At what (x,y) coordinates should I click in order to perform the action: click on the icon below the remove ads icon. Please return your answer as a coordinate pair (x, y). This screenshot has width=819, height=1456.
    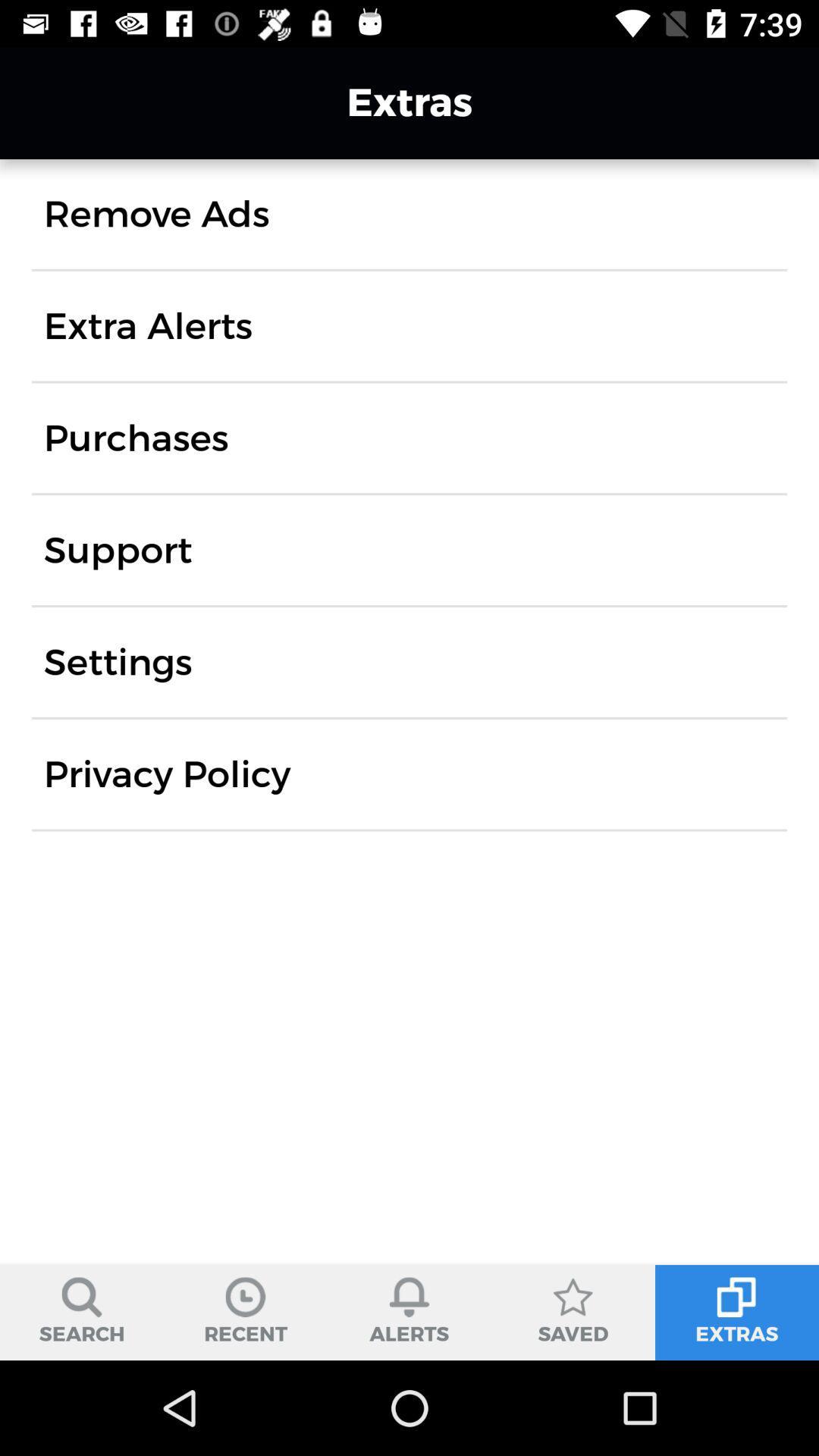
    Looking at the image, I should click on (148, 325).